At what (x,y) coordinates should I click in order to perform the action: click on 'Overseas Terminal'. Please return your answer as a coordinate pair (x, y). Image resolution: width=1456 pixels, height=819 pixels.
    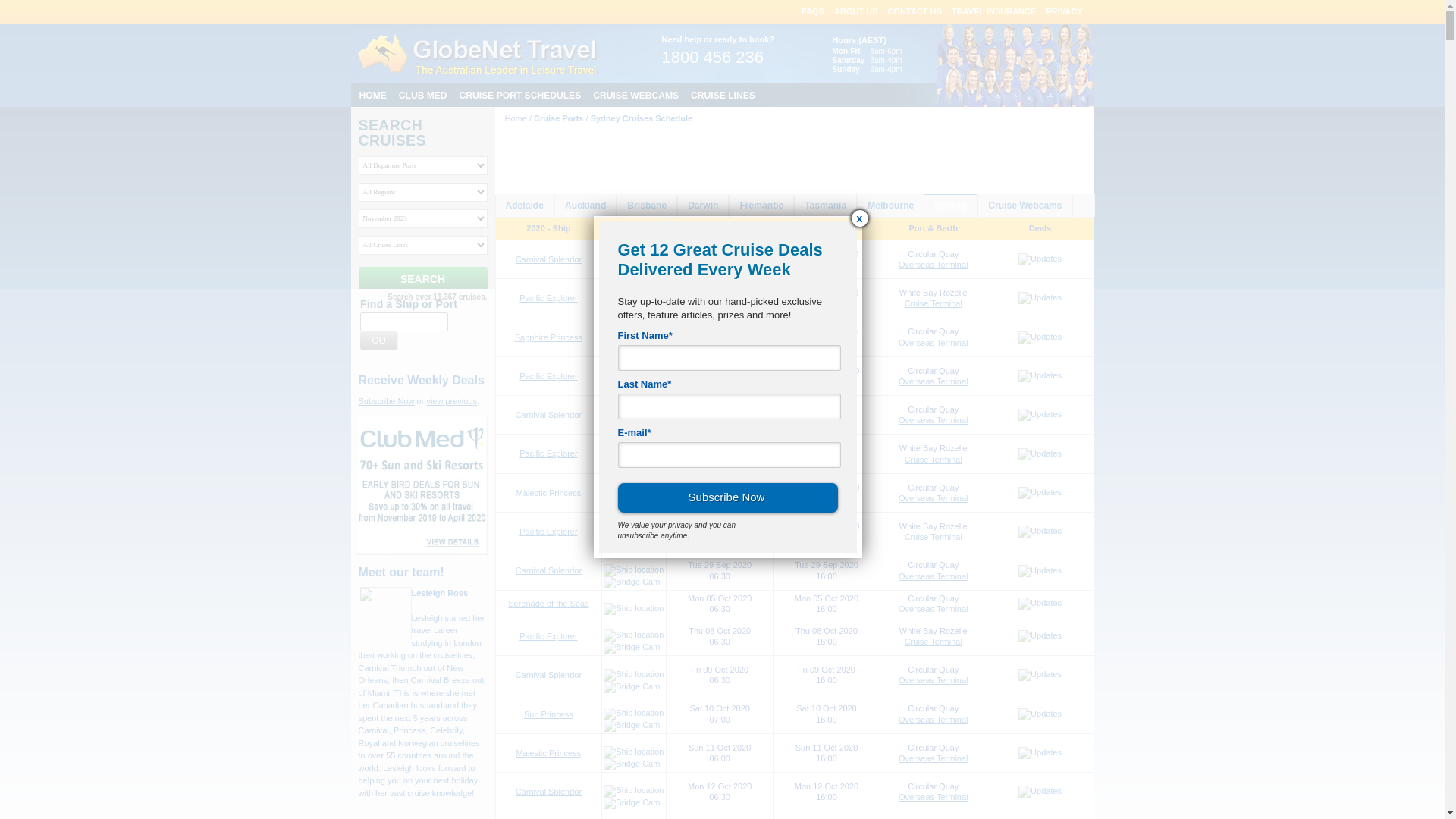
    Looking at the image, I should click on (932, 758).